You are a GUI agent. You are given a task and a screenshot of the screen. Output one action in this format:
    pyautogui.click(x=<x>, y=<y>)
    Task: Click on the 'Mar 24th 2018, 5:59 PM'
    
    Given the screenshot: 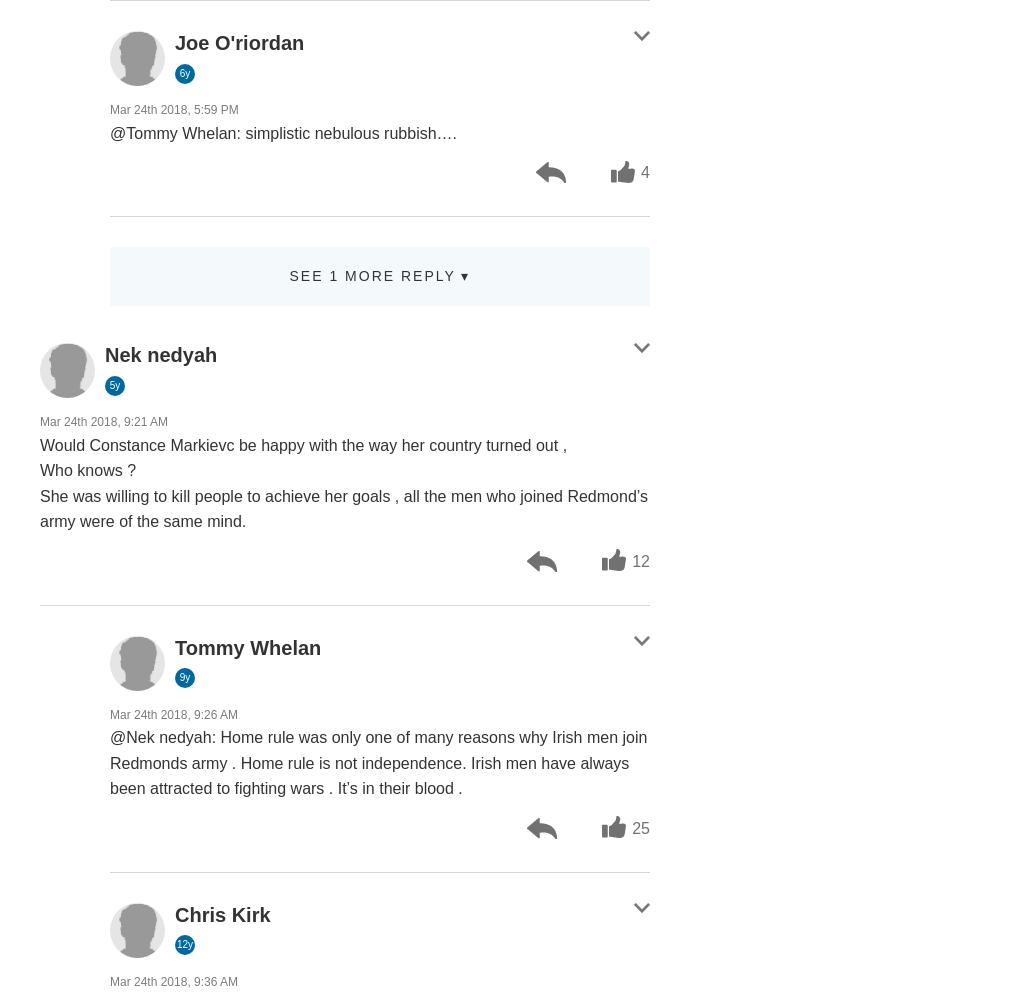 What is the action you would take?
    pyautogui.click(x=173, y=109)
    